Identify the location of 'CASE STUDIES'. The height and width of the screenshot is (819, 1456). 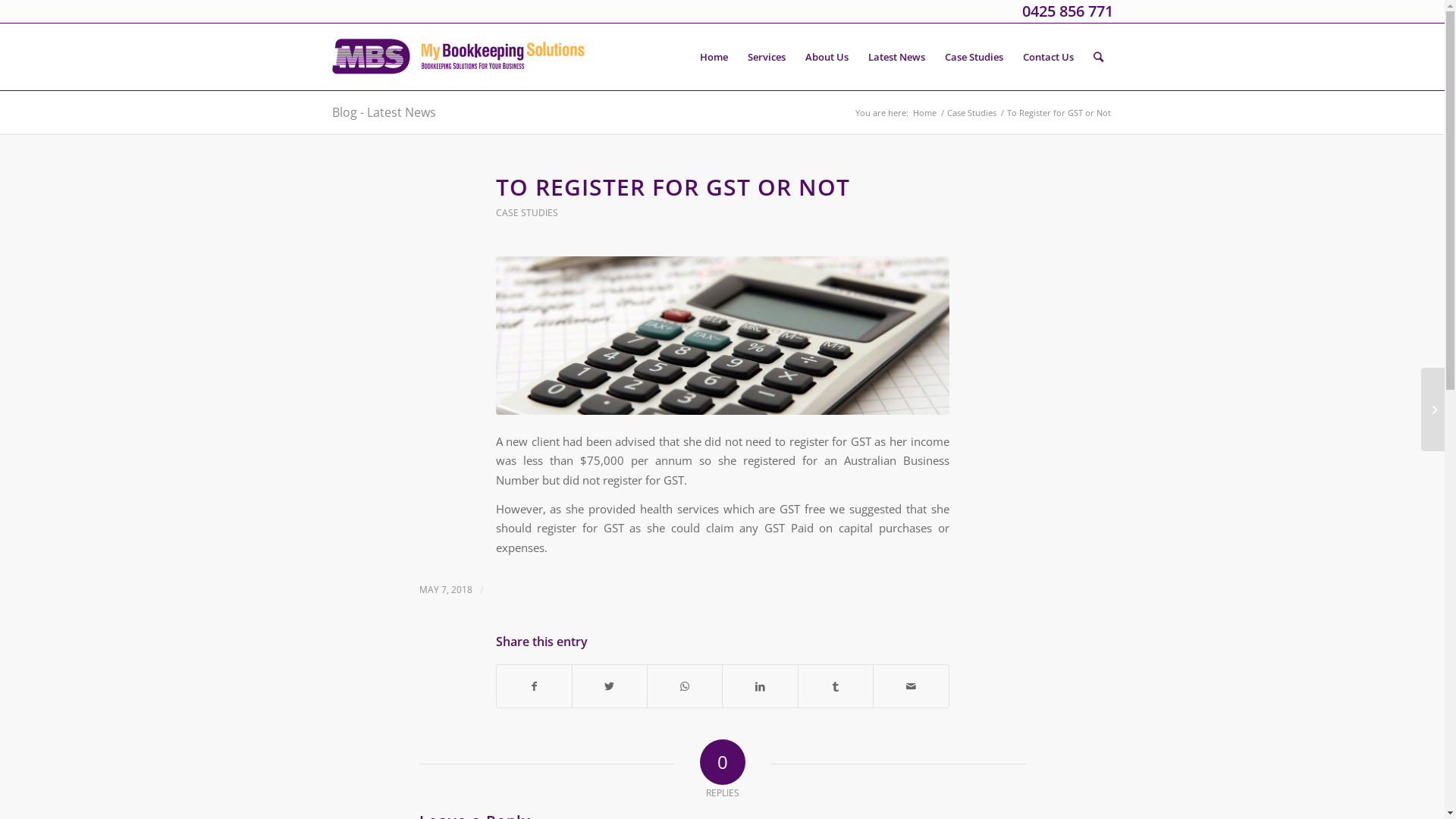
(527, 212).